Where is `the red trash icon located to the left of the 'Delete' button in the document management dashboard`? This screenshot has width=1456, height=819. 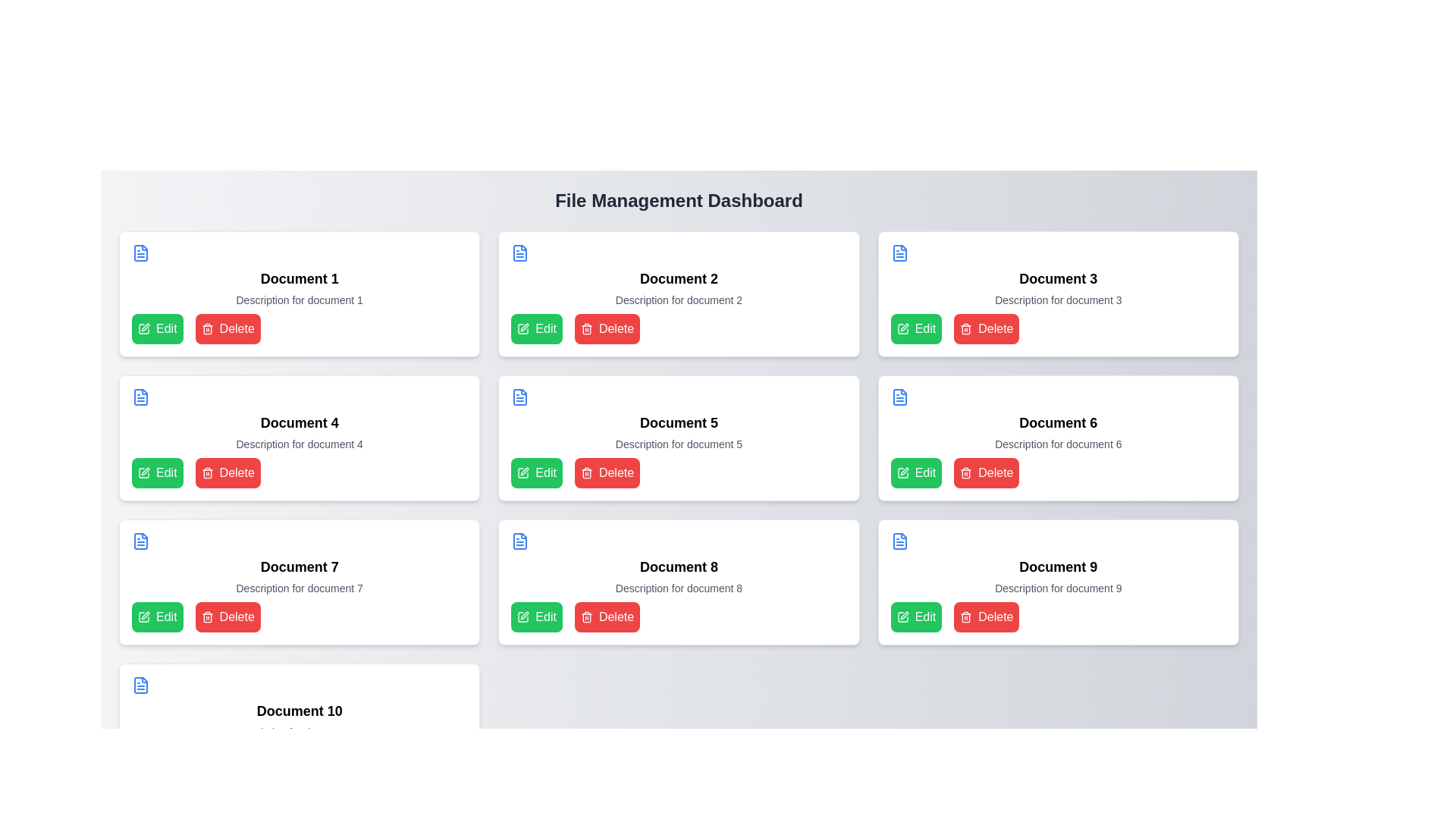
the red trash icon located to the left of the 'Delete' button in the document management dashboard is located at coordinates (585, 472).